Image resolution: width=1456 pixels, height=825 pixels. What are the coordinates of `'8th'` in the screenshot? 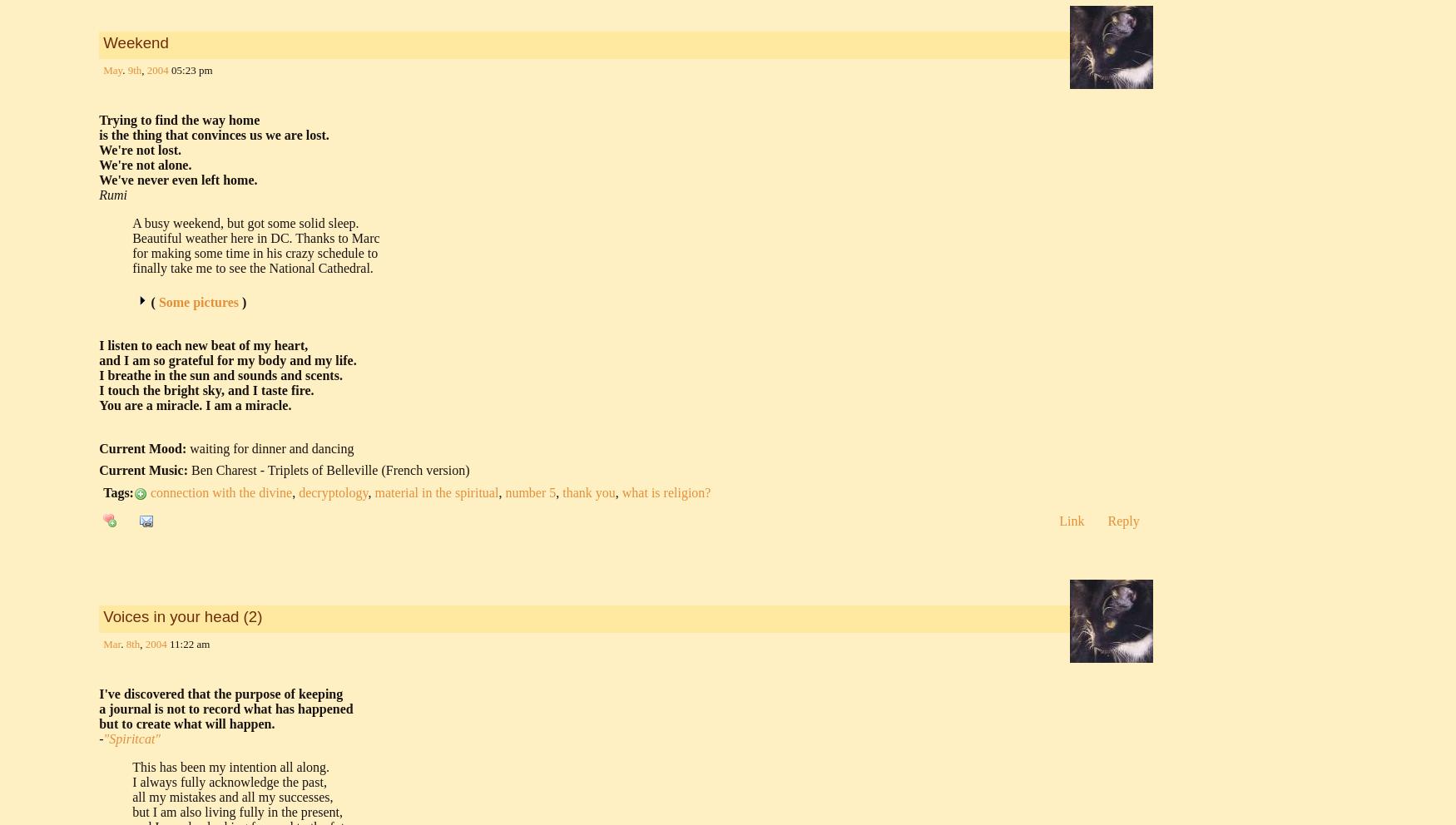 It's located at (131, 643).